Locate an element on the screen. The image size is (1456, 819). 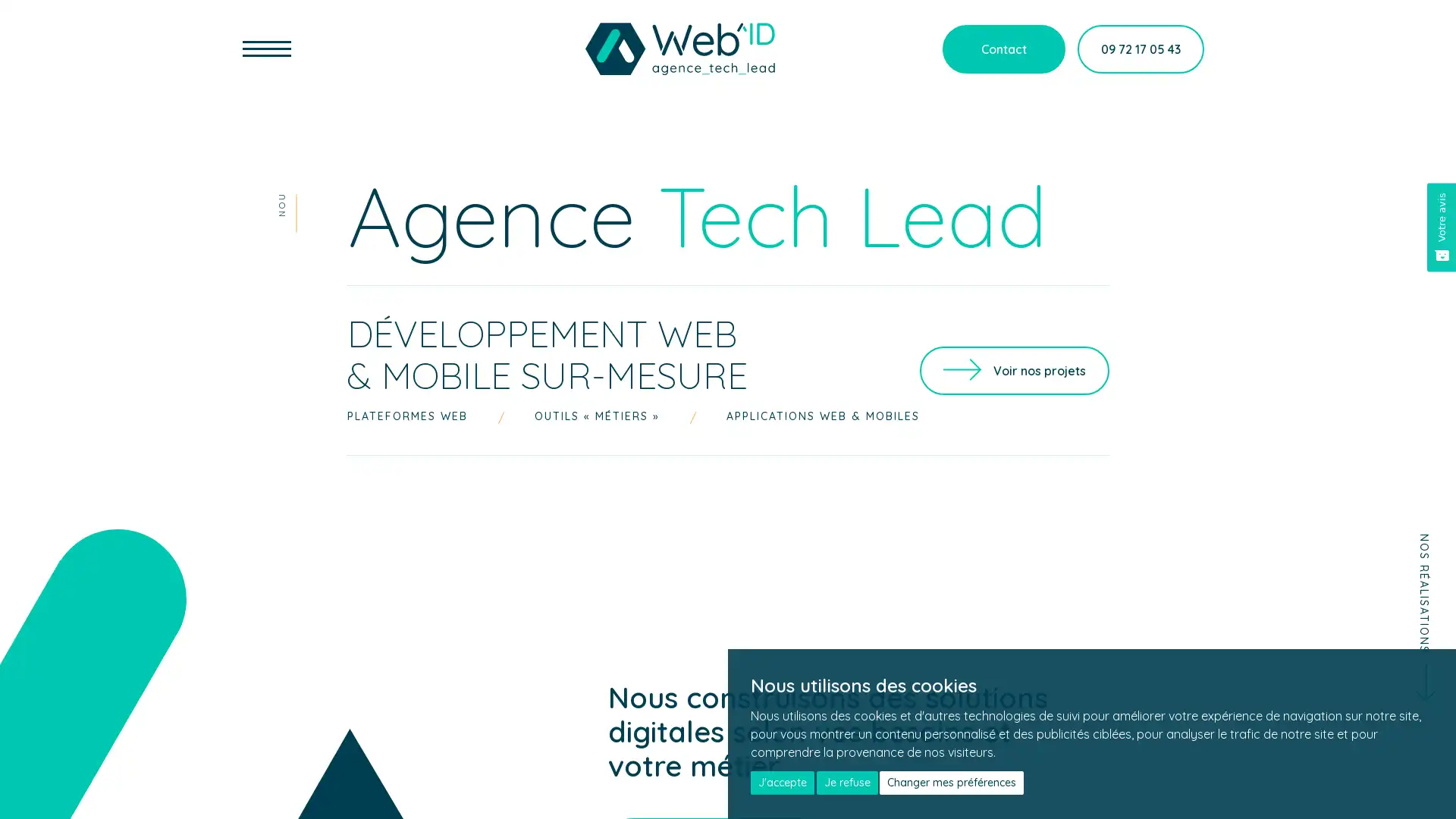
J'accepte is located at coordinates (783, 782).